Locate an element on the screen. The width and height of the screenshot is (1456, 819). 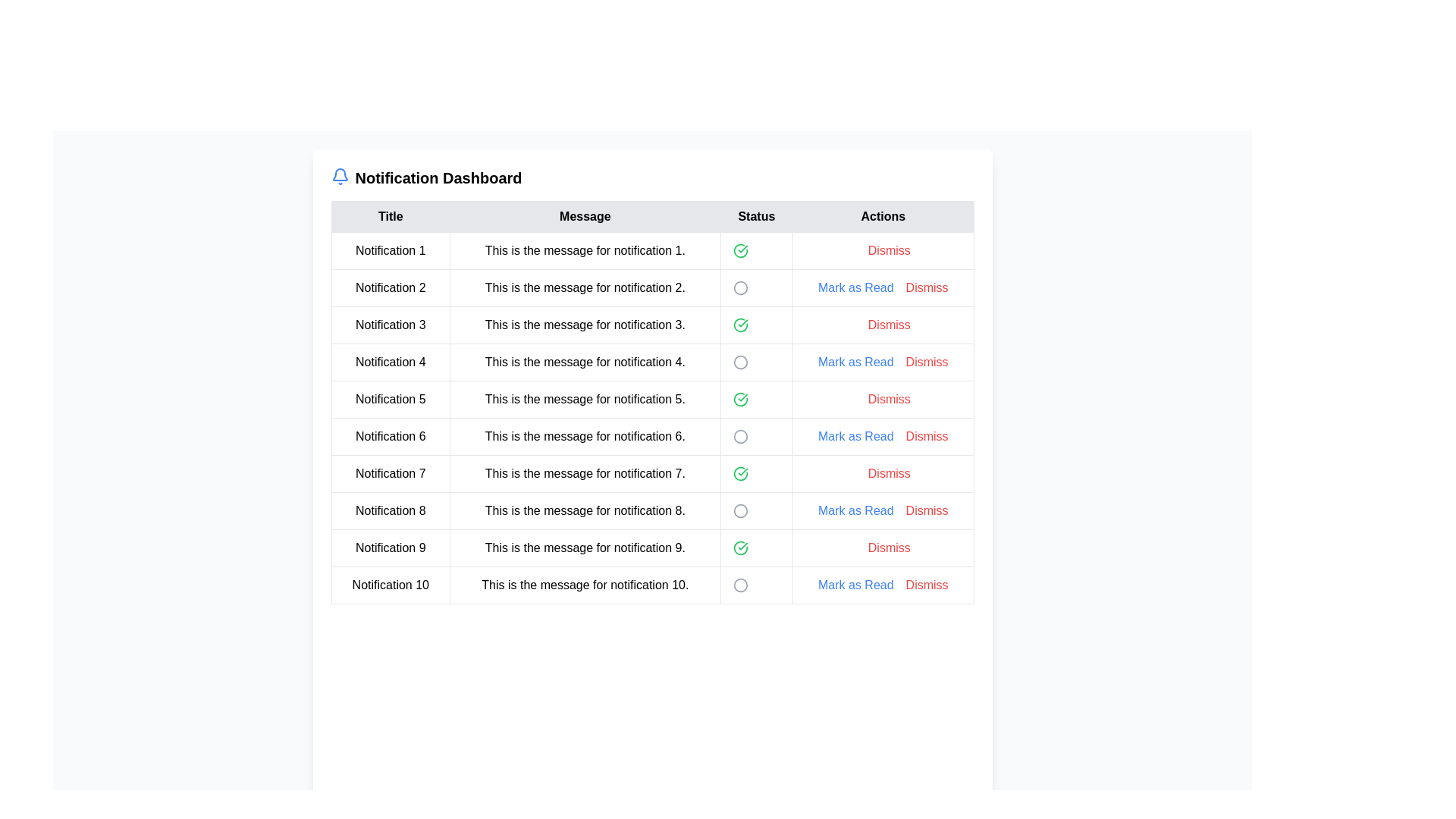
the 'Notification 7' text cell in the notification table to focus on the element is located at coordinates (390, 472).